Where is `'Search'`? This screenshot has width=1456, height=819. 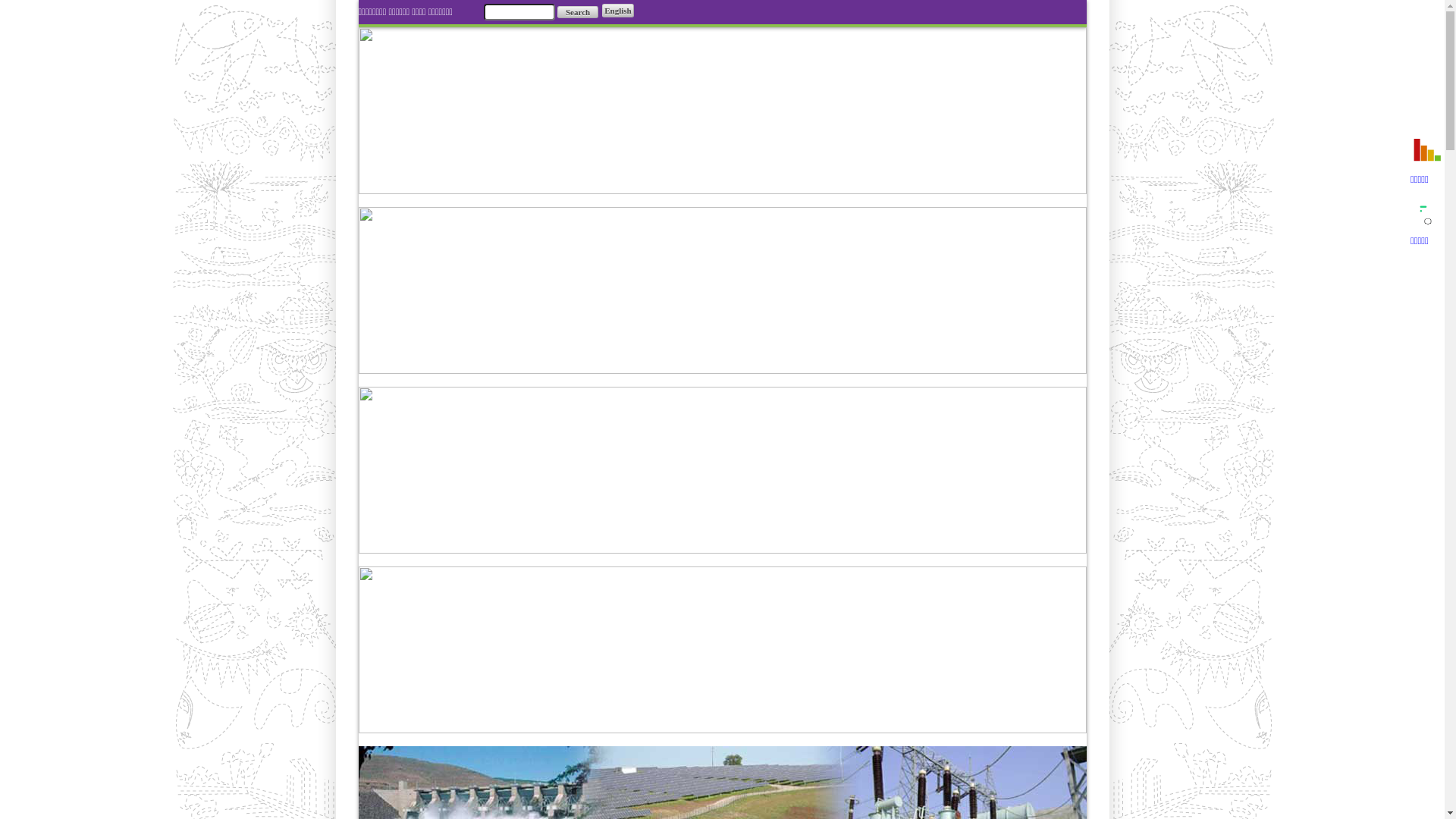 'Search' is located at coordinates (577, 11).